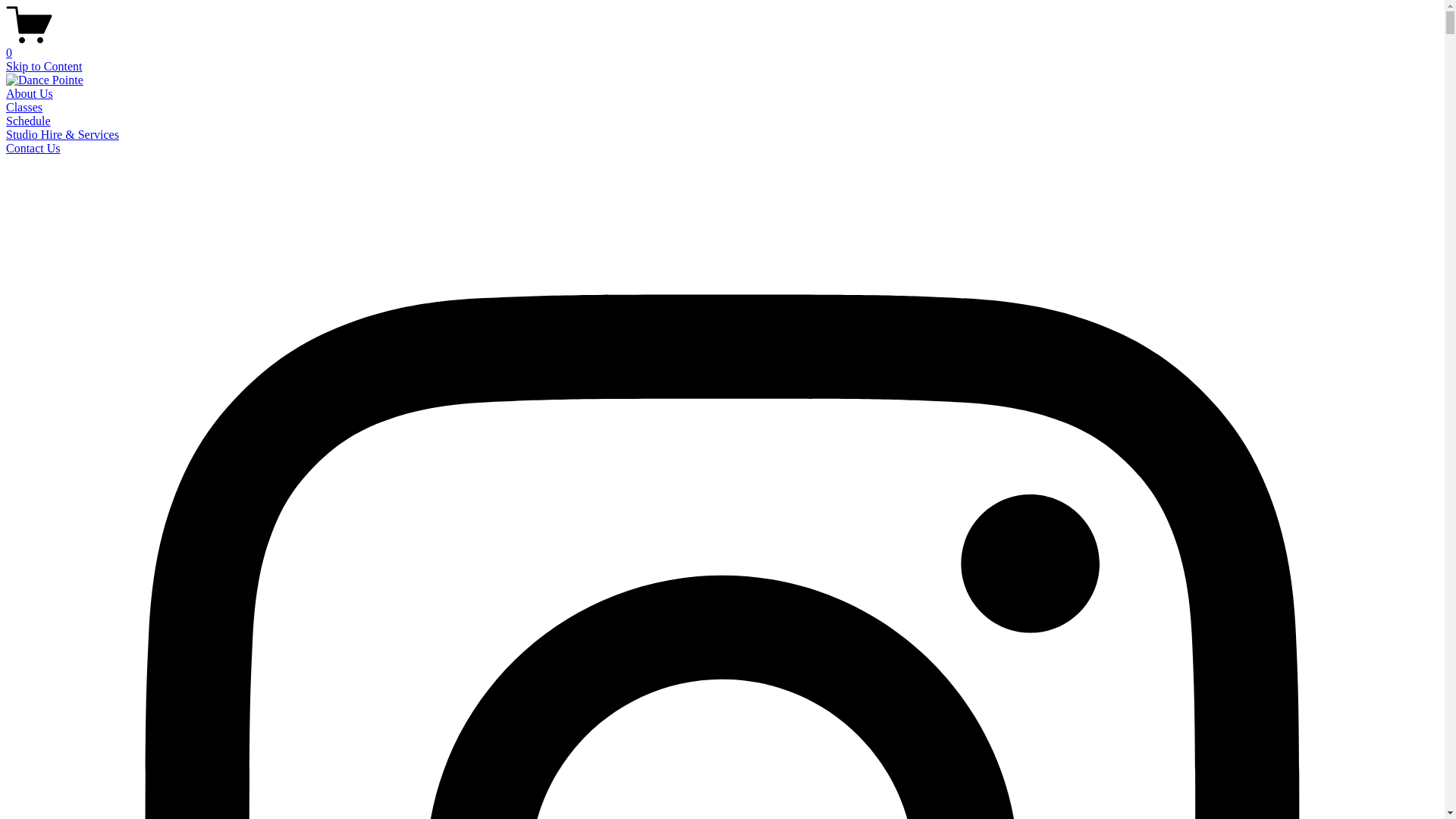  Describe the element at coordinates (33, 148) in the screenshot. I see `'Contact Us'` at that location.